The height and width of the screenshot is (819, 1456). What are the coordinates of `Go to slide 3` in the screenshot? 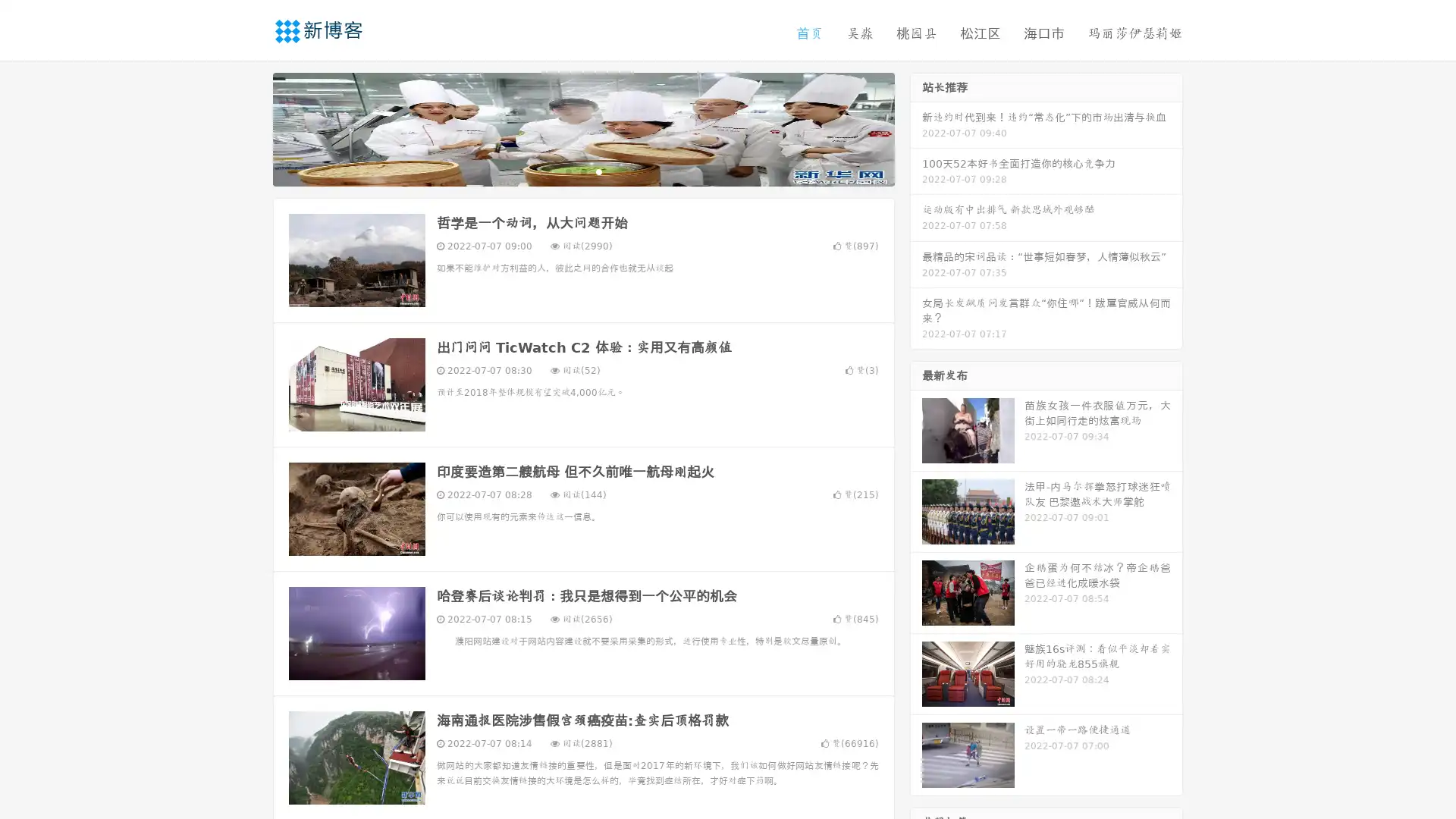 It's located at (598, 171).